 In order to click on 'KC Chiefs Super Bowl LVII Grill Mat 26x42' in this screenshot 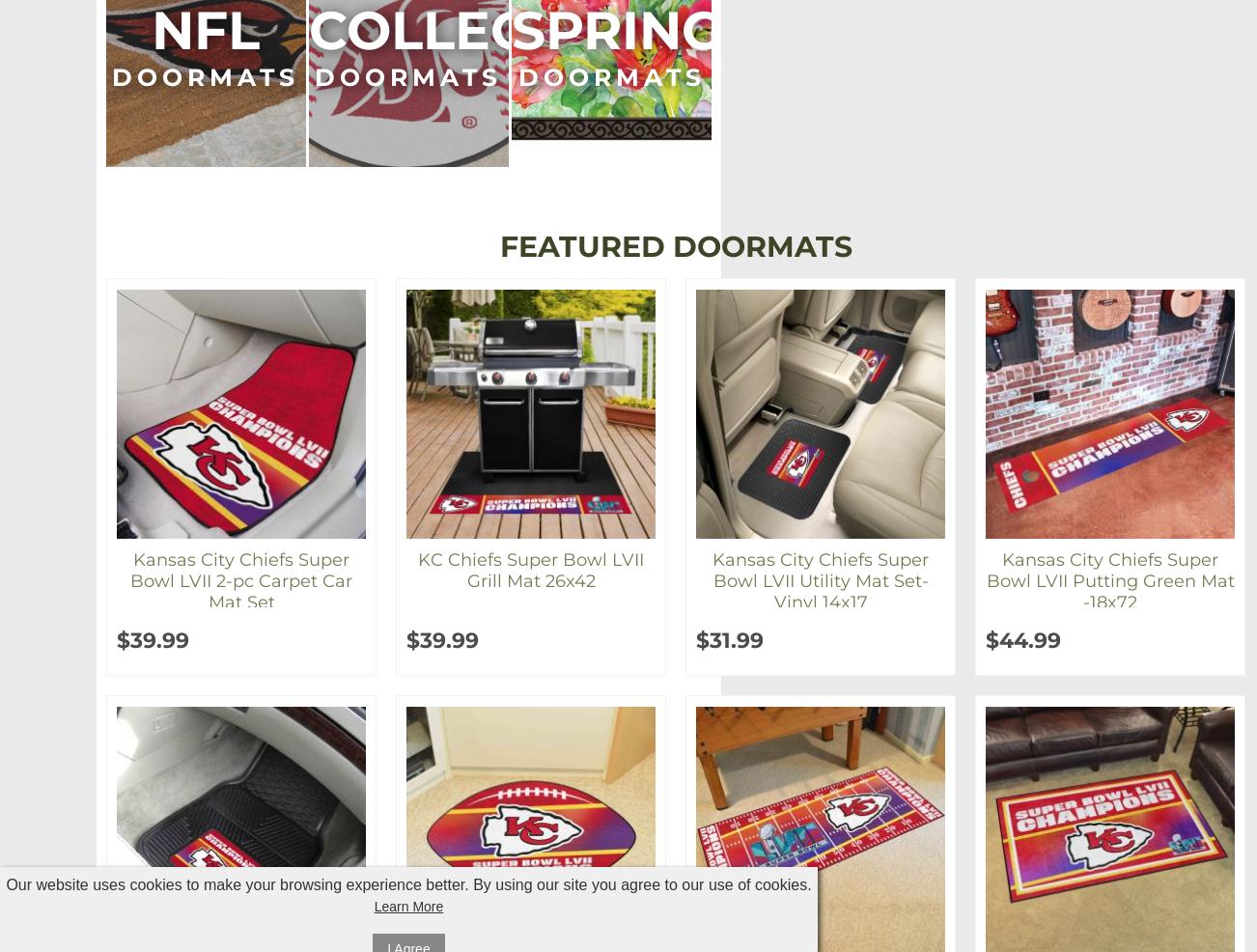, I will do `click(530, 571)`.